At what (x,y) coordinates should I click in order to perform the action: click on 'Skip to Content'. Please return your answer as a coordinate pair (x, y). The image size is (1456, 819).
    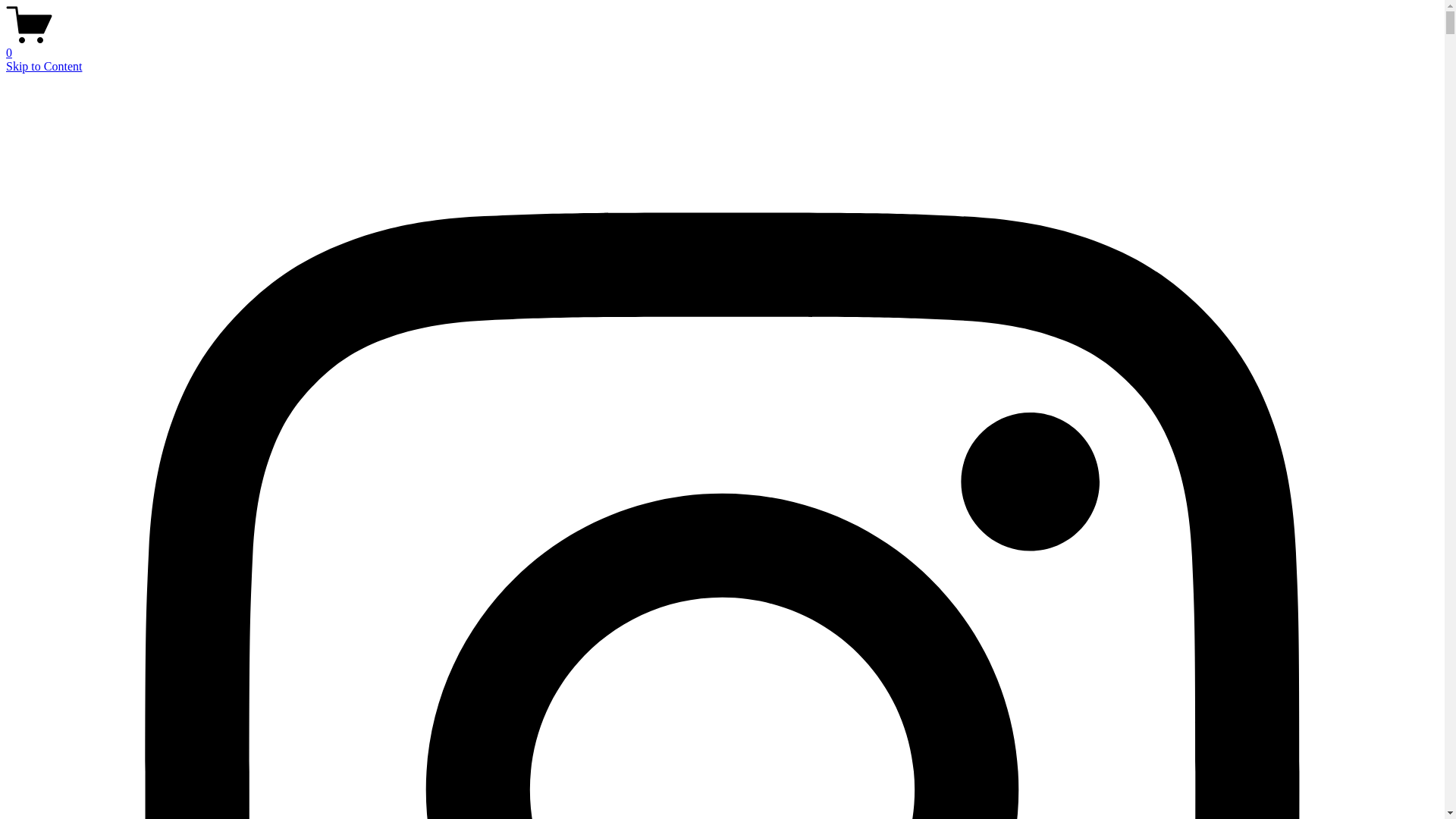
    Looking at the image, I should click on (43, 65).